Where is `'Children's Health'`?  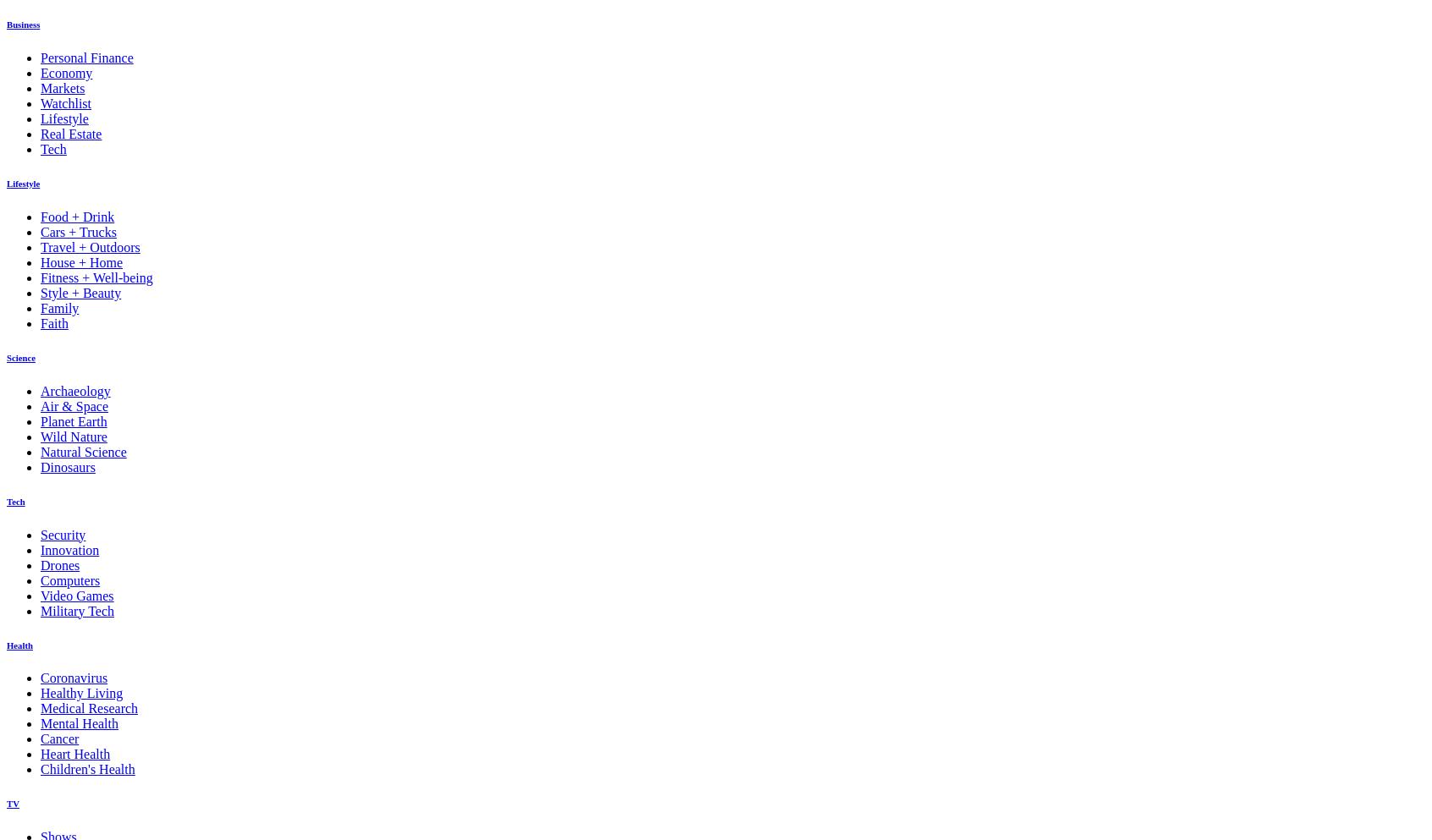
'Children's Health' is located at coordinates (87, 769).